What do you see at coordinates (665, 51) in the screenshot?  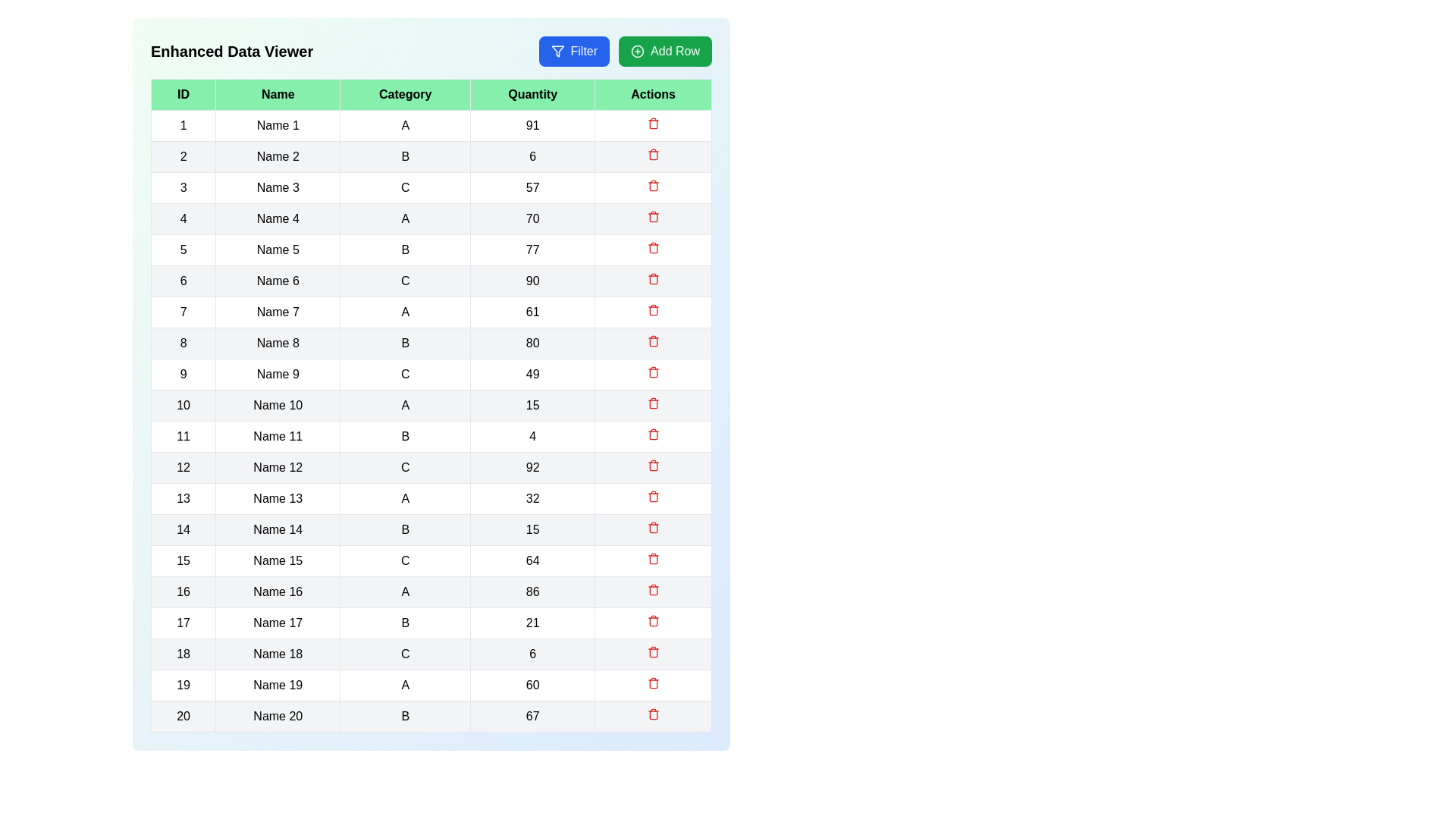 I see `the 'Add Row' button to add a new row to the table` at bounding box center [665, 51].